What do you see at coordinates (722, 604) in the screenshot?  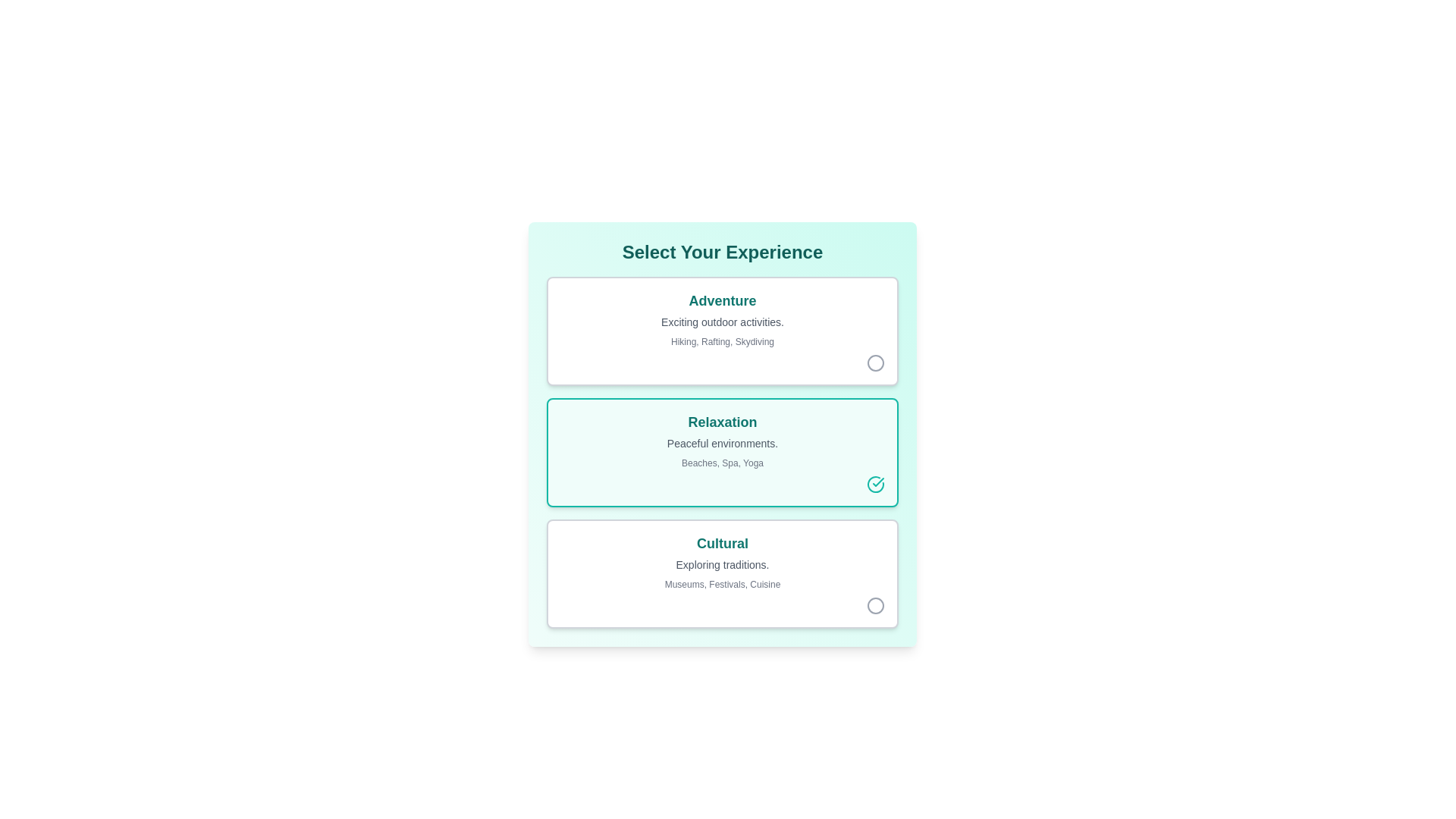 I see `the Selection Indicator or Placeholder located at the bottom of the 'Cultural' card` at bounding box center [722, 604].